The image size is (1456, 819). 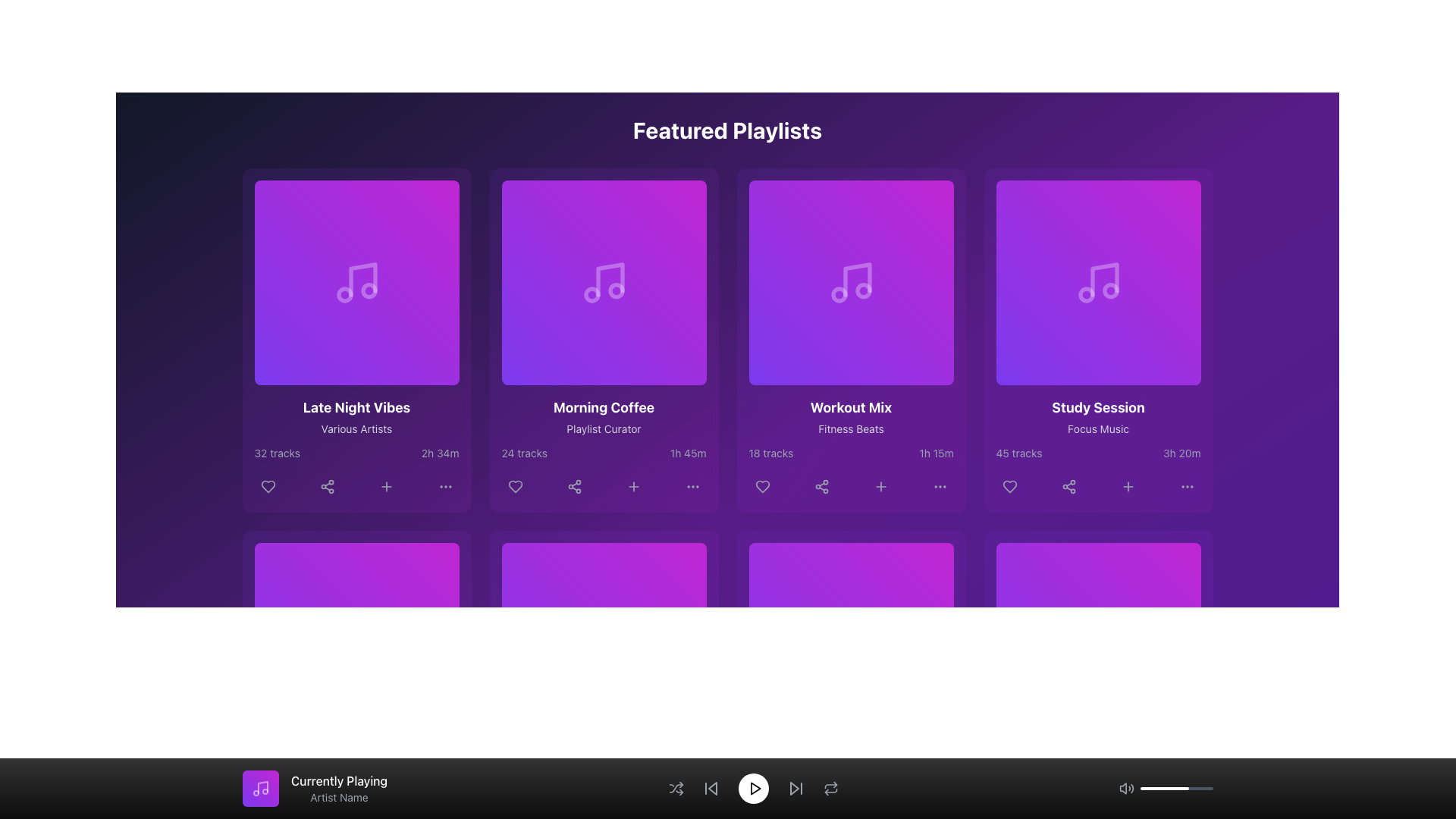 What do you see at coordinates (851, 283) in the screenshot?
I see `details of the Interactive Element with Play Button, which is a square-shaped area with rounded corners containing a music note icon, located in the second row, third column of the 'Featured Playlists' section` at bounding box center [851, 283].